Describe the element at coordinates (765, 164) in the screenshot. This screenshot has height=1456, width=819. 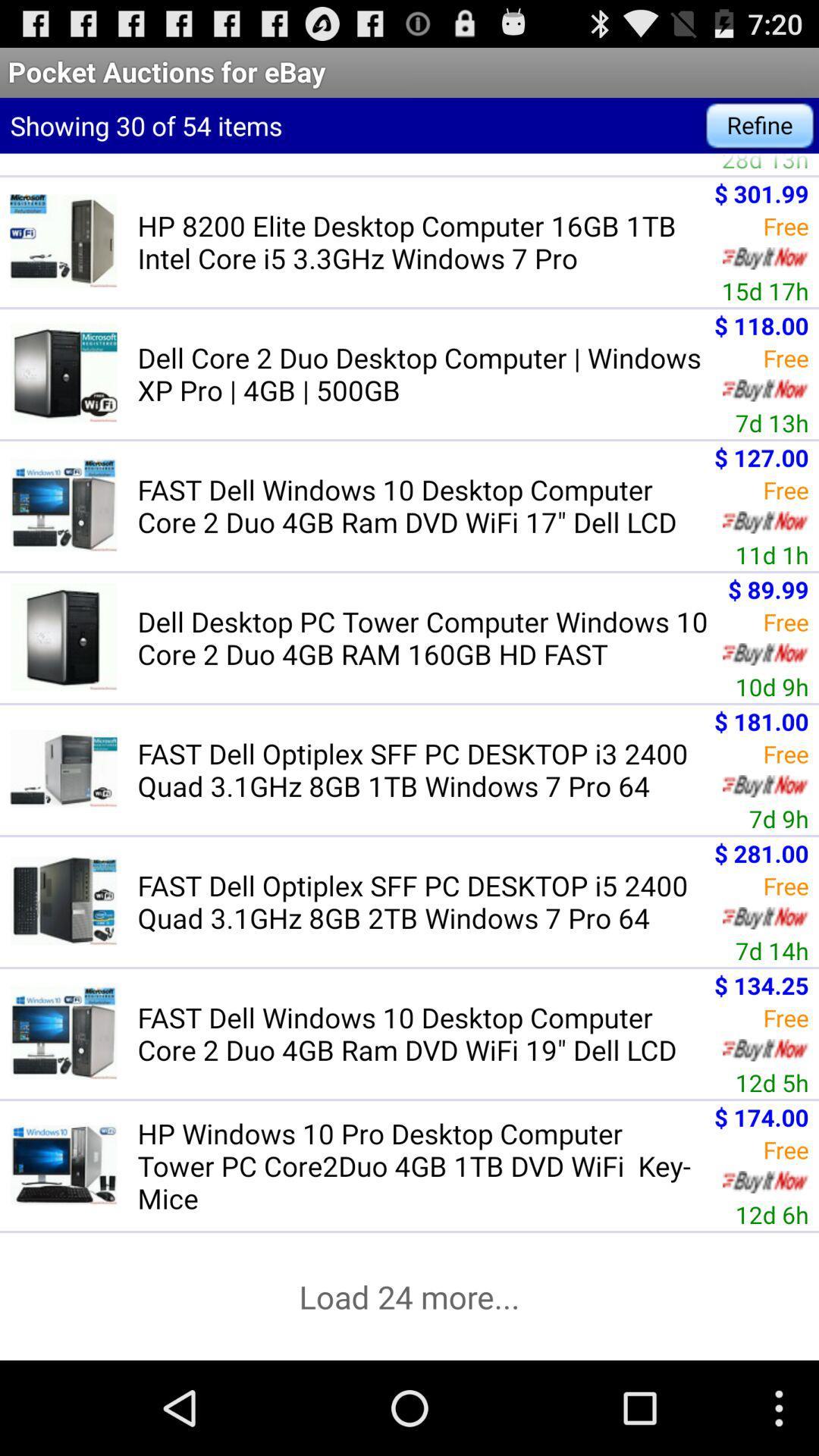
I see `the icon next to hp elite 8200 app` at that location.